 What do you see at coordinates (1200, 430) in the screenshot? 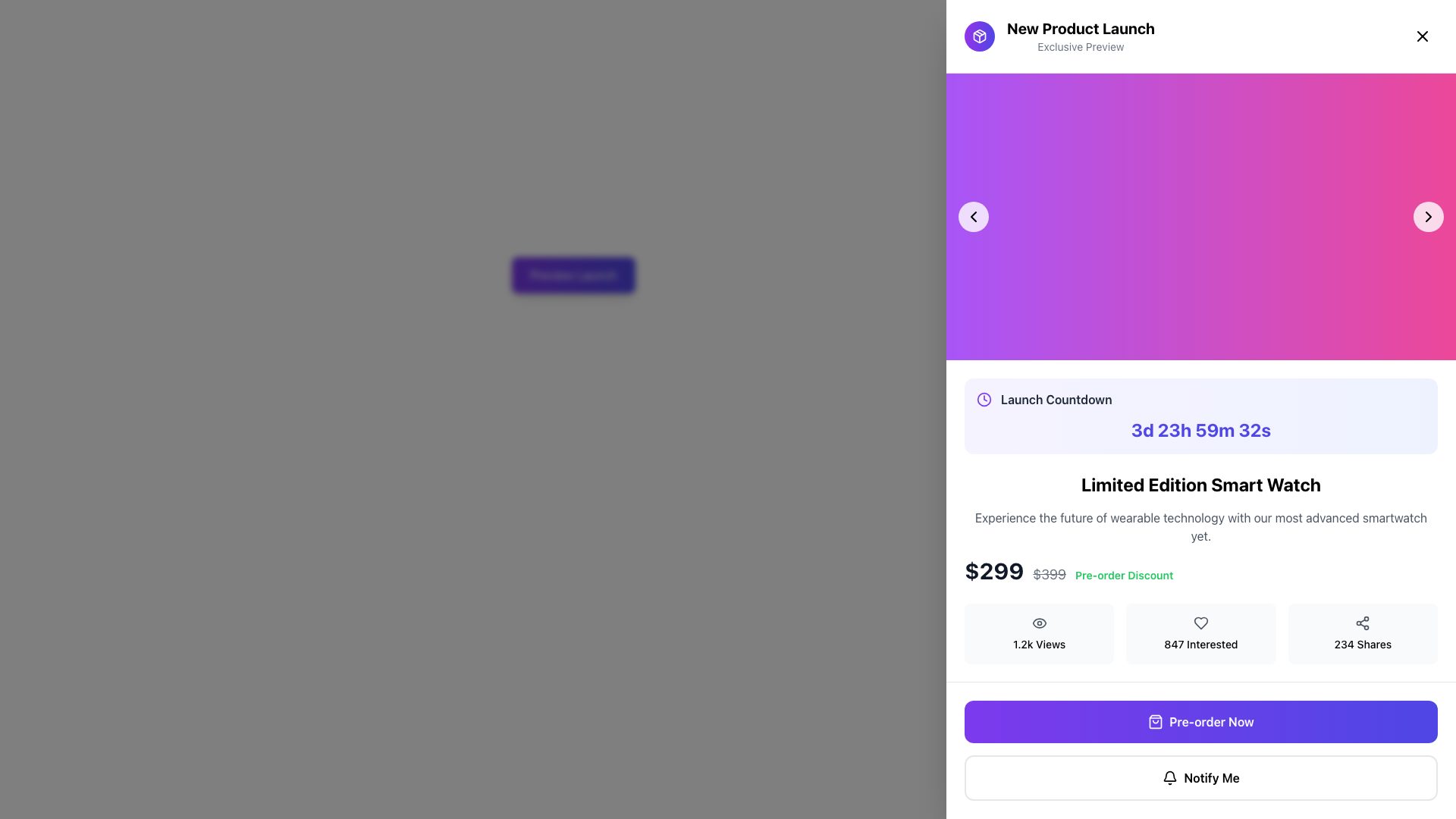
I see `time left from the static text display located in the 'Launch Countdown' section, positioned below its title text` at bounding box center [1200, 430].